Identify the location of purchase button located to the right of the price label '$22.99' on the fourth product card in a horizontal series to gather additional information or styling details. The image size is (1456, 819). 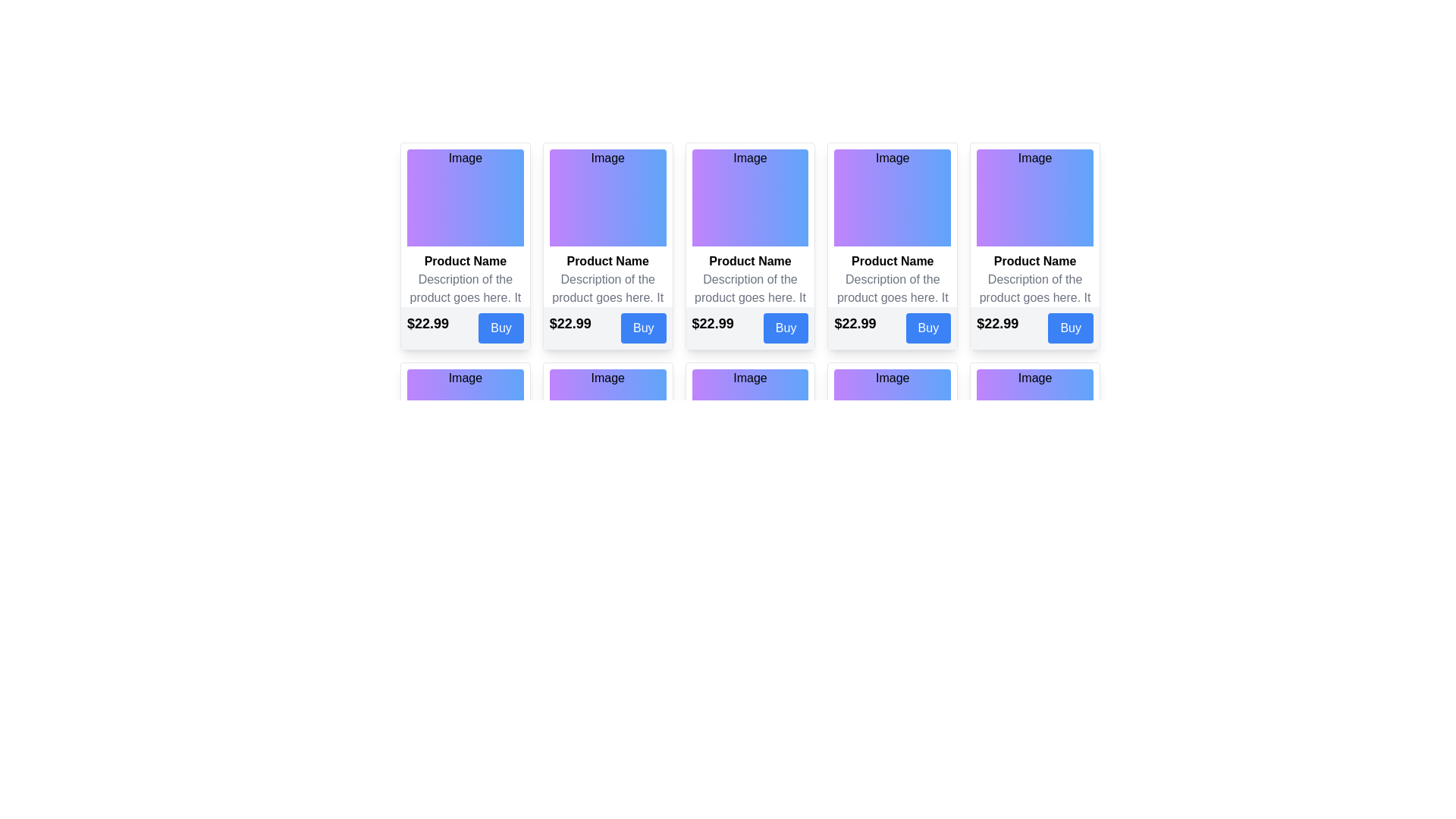
(786, 327).